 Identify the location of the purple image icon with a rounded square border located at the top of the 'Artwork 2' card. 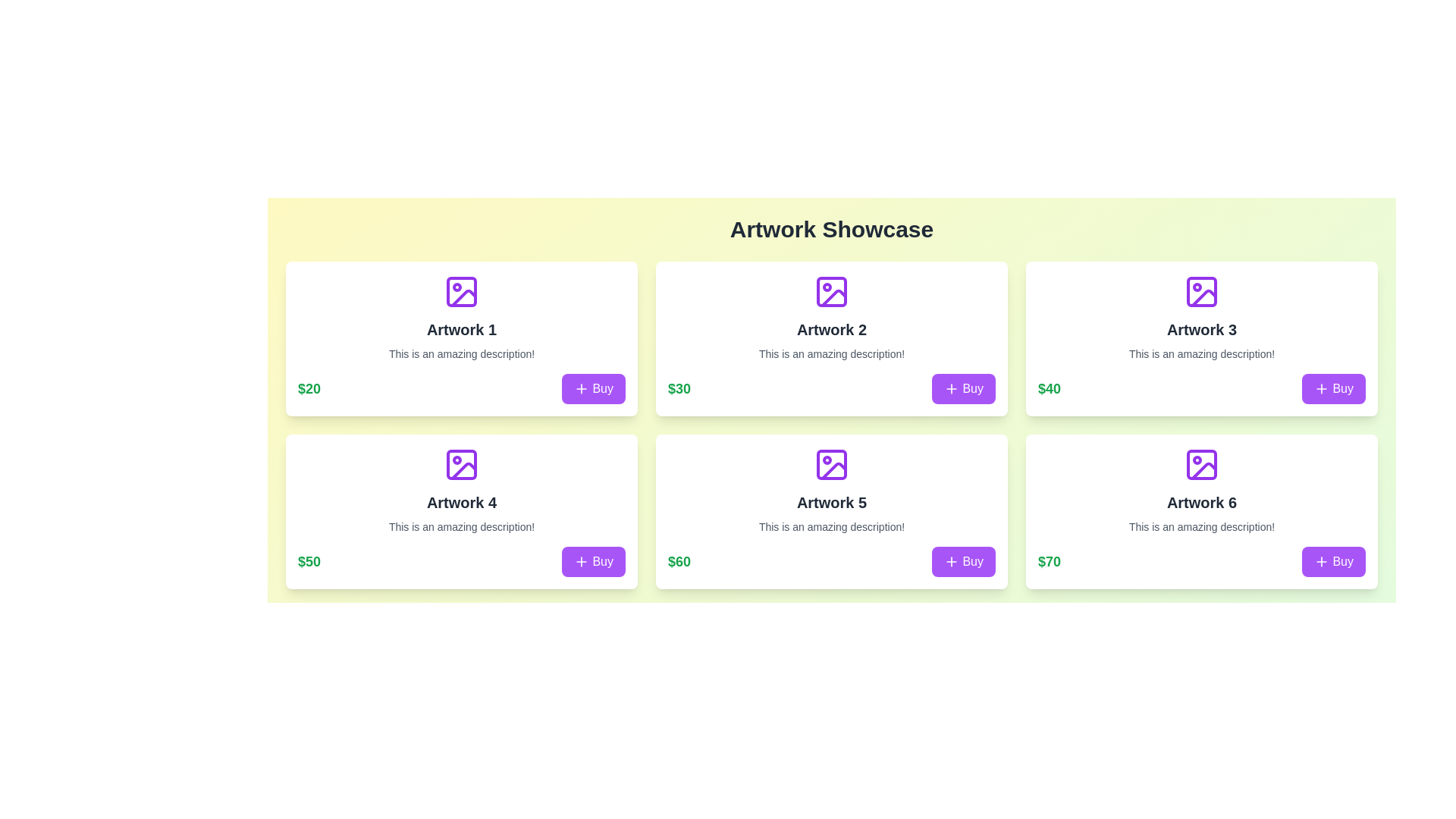
(831, 292).